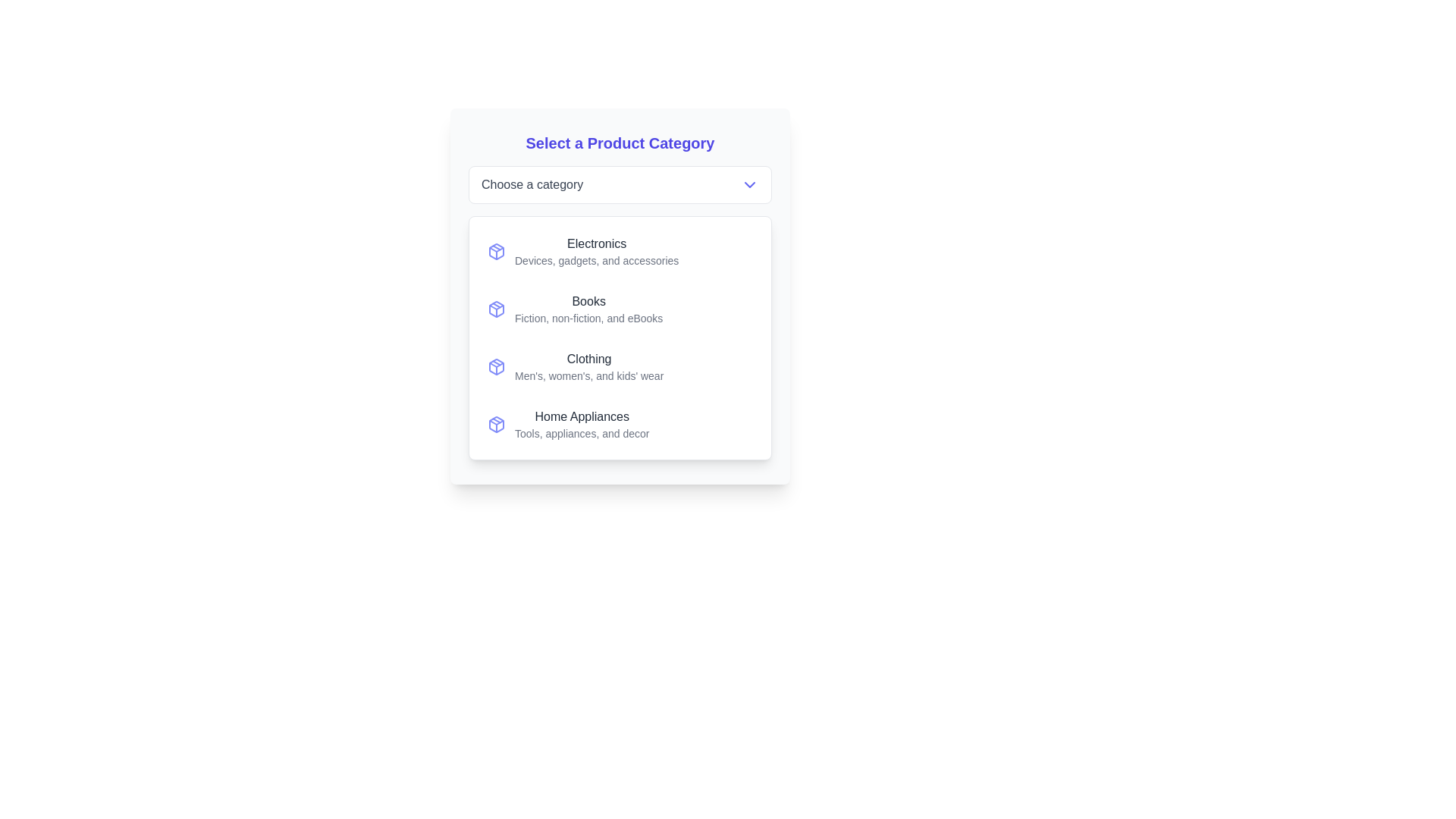  I want to click on the first category item labeled 'Electronics' in the vertical menu, which includes an indigo package icon and a description of 'Devices, gadgets, and accessories', so click(620, 250).